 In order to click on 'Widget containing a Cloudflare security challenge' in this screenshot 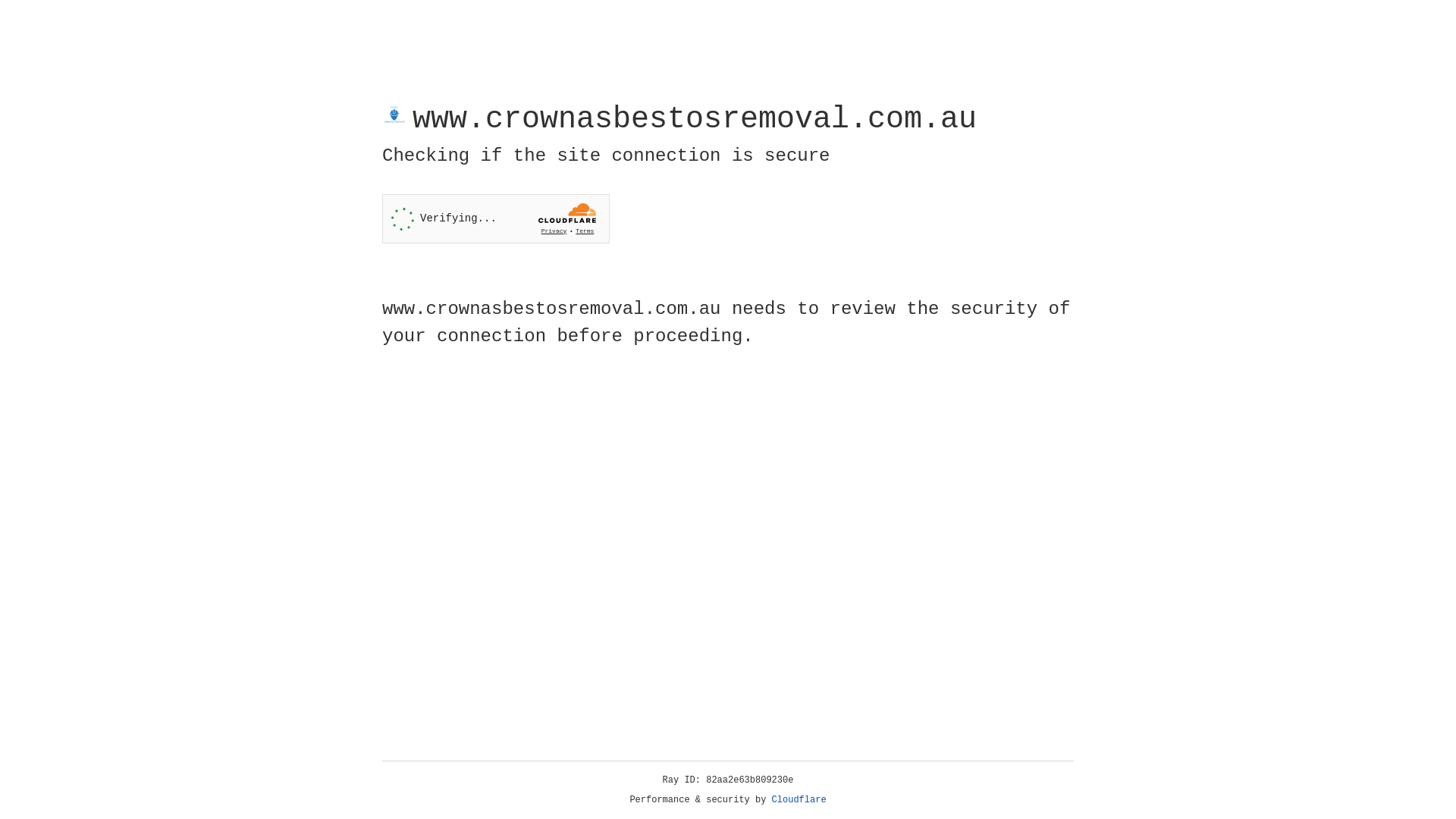, I will do `click(495, 218)`.